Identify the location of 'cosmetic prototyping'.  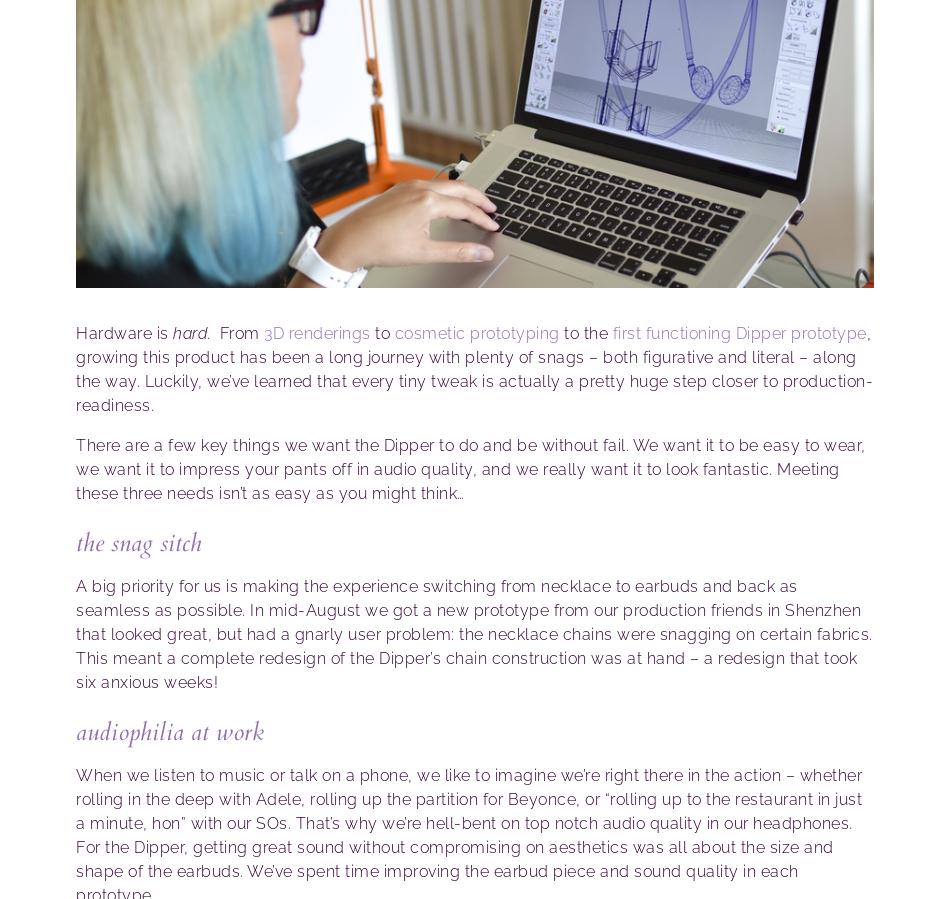
(392, 332).